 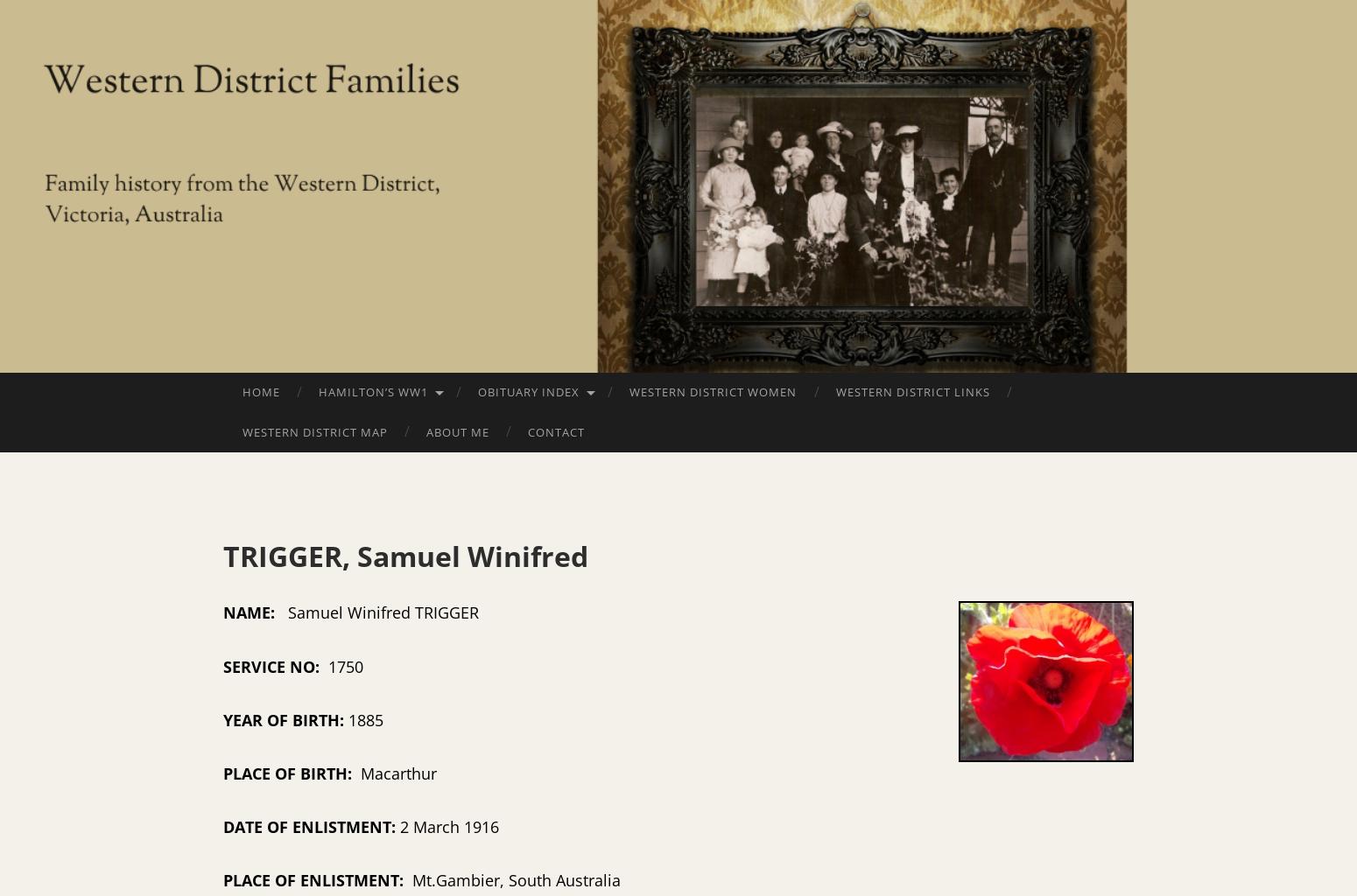 I want to click on 'Mt.Gambier, South Australia', so click(x=516, y=878).